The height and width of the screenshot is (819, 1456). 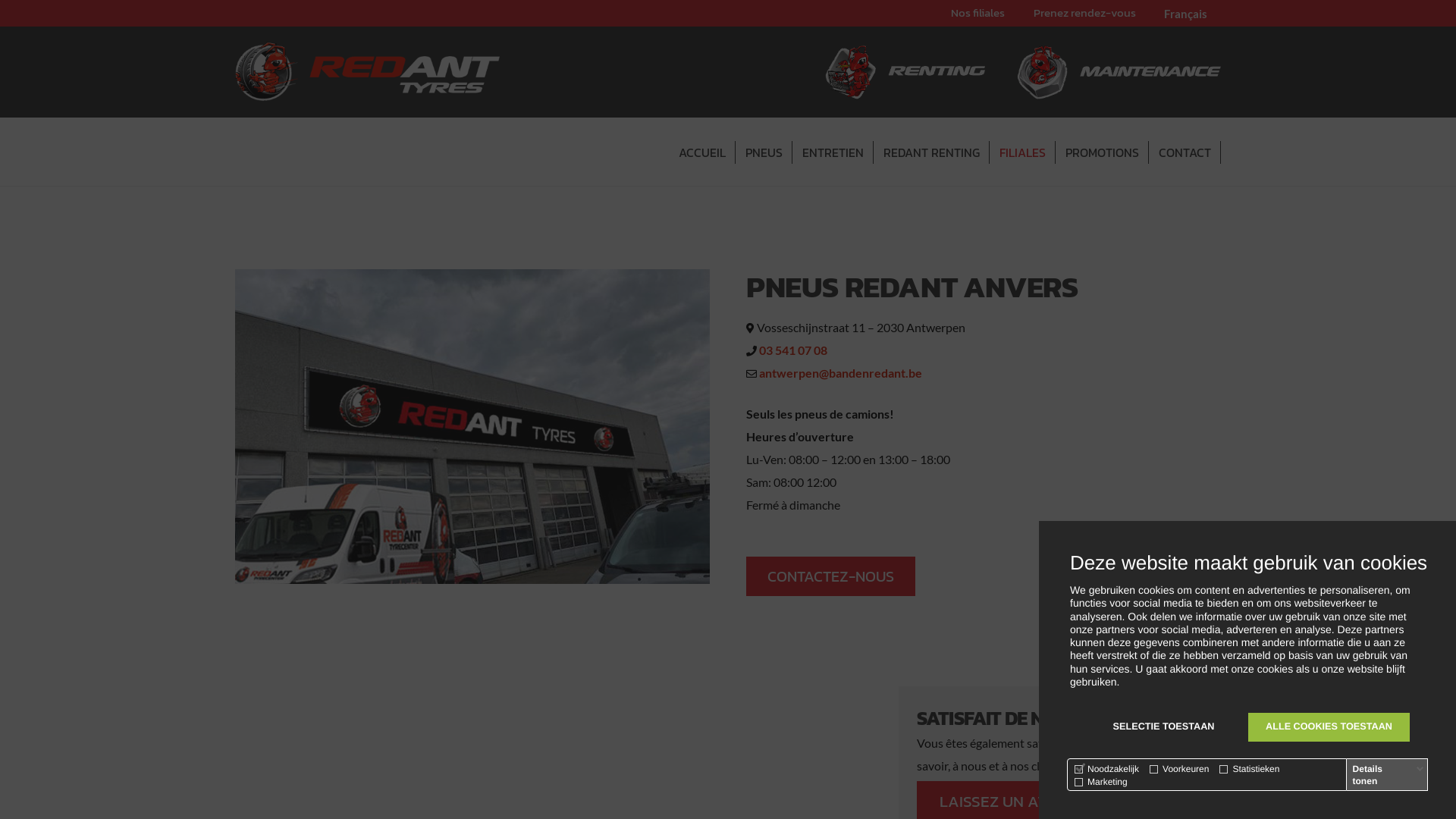 I want to click on 'PROMOTIONS', so click(x=1102, y=152).